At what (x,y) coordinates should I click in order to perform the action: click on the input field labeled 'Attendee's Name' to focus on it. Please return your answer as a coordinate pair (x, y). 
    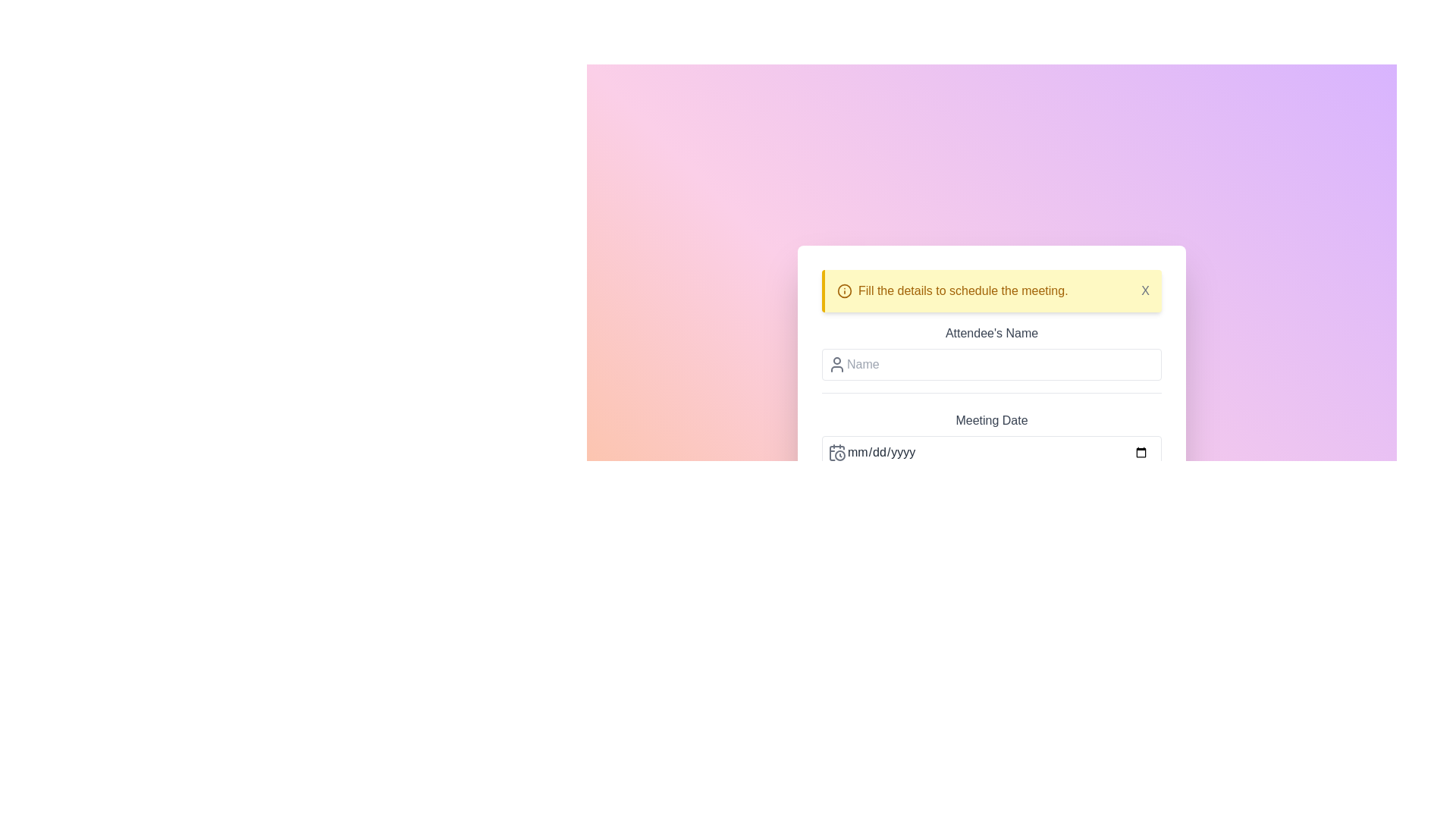
    Looking at the image, I should click on (992, 359).